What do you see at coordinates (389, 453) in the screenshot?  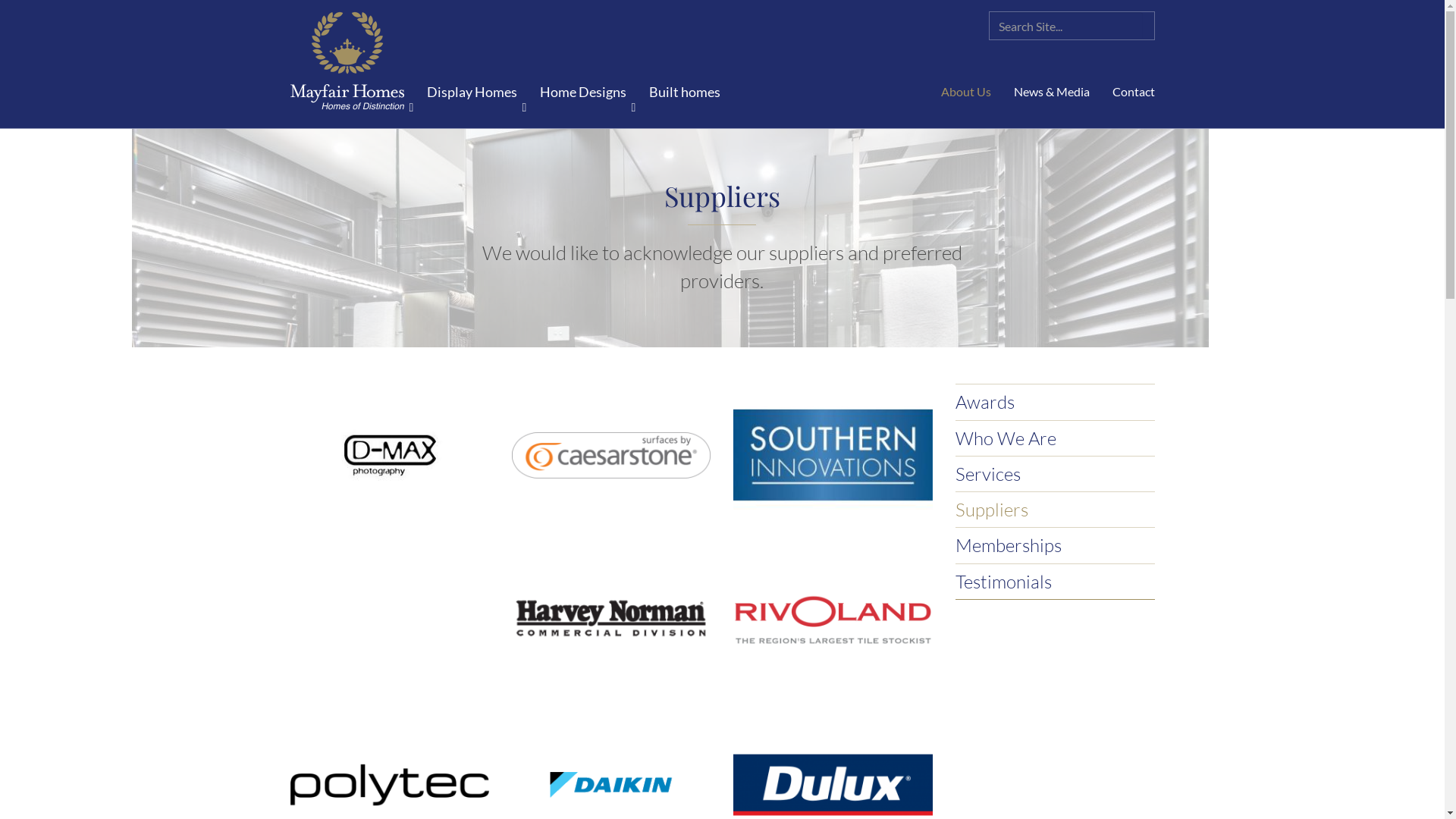 I see `'D-MAX Photography'` at bounding box center [389, 453].